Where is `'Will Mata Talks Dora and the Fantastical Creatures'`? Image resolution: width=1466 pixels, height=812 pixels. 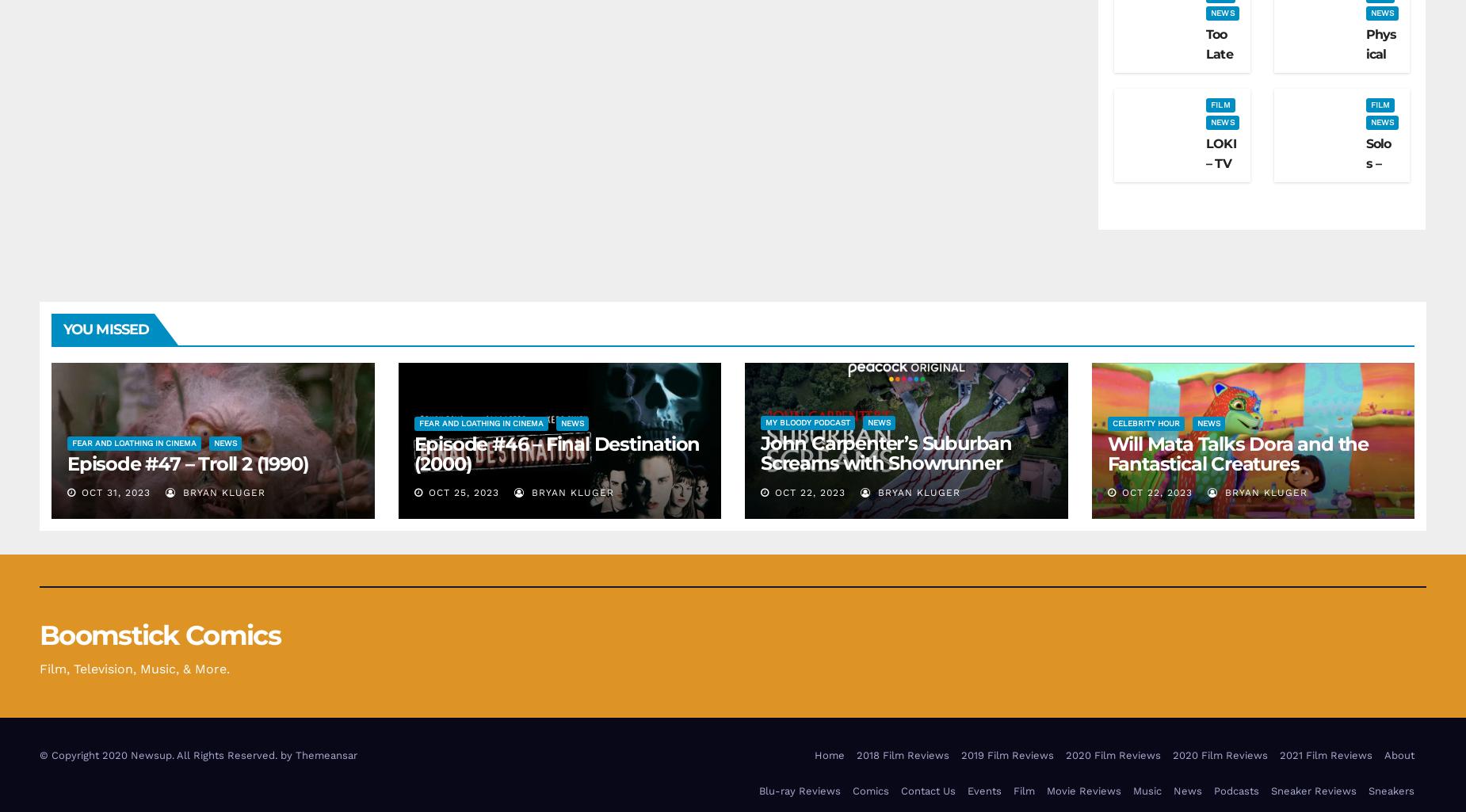 'Will Mata Talks Dora and the Fantastical Creatures' is located at coordinates (1237, 453).